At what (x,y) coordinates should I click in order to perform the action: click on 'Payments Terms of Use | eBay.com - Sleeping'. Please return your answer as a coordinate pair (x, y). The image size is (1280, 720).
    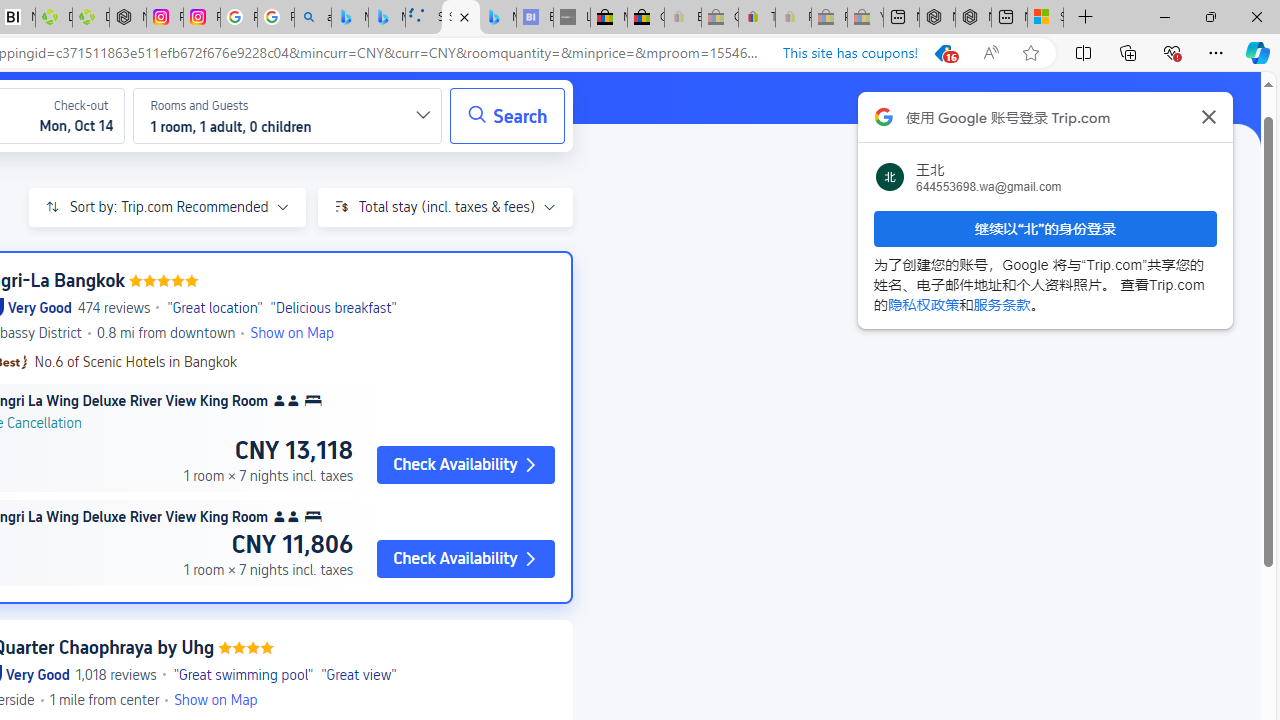
    Looking at the image, I should click on (792, 17).